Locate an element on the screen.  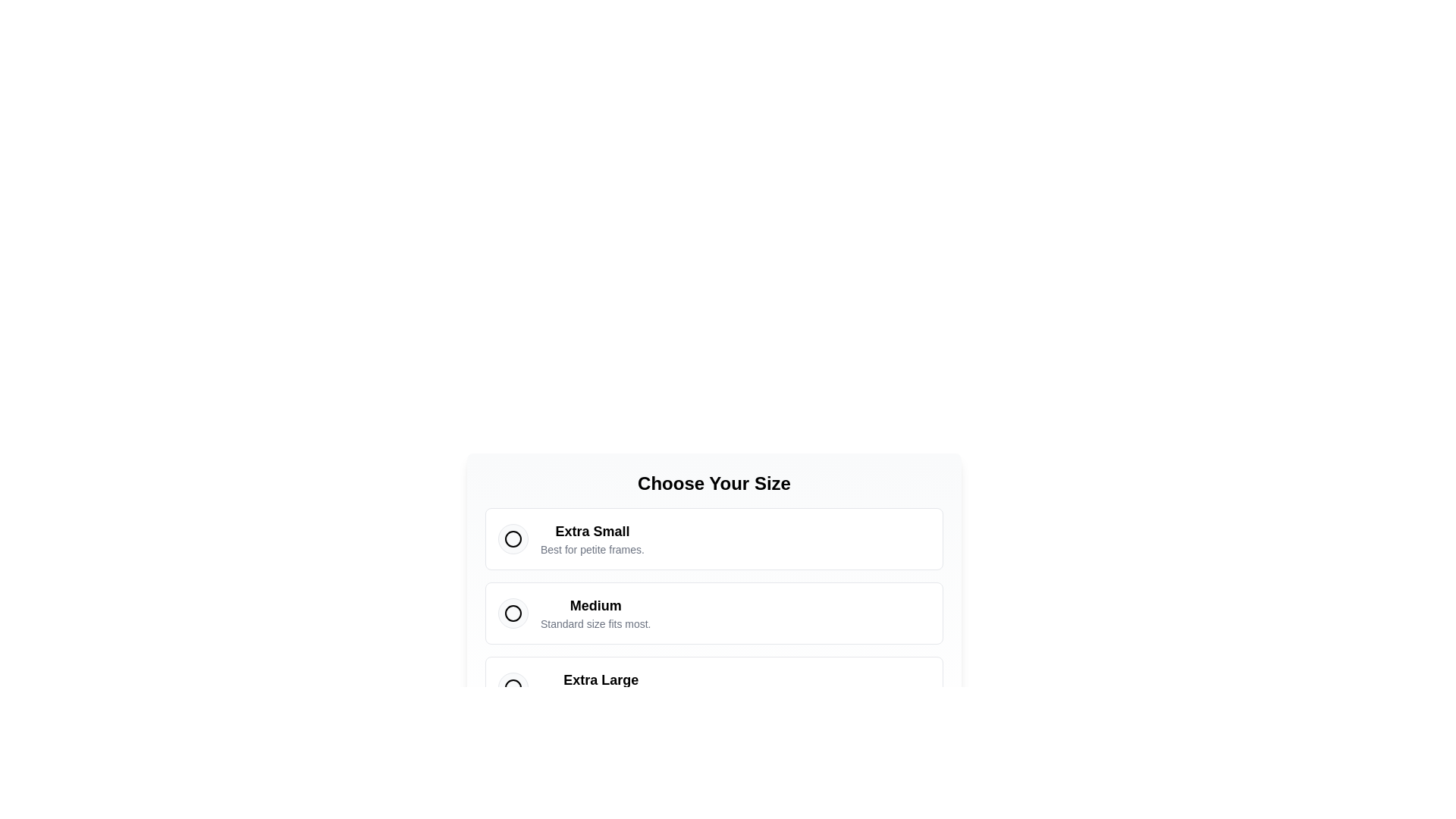
the SVG Circle representing the selected state for the 'Medium' size radio button in the 'Choose Your Size' options is located at coordinates (513, 613).